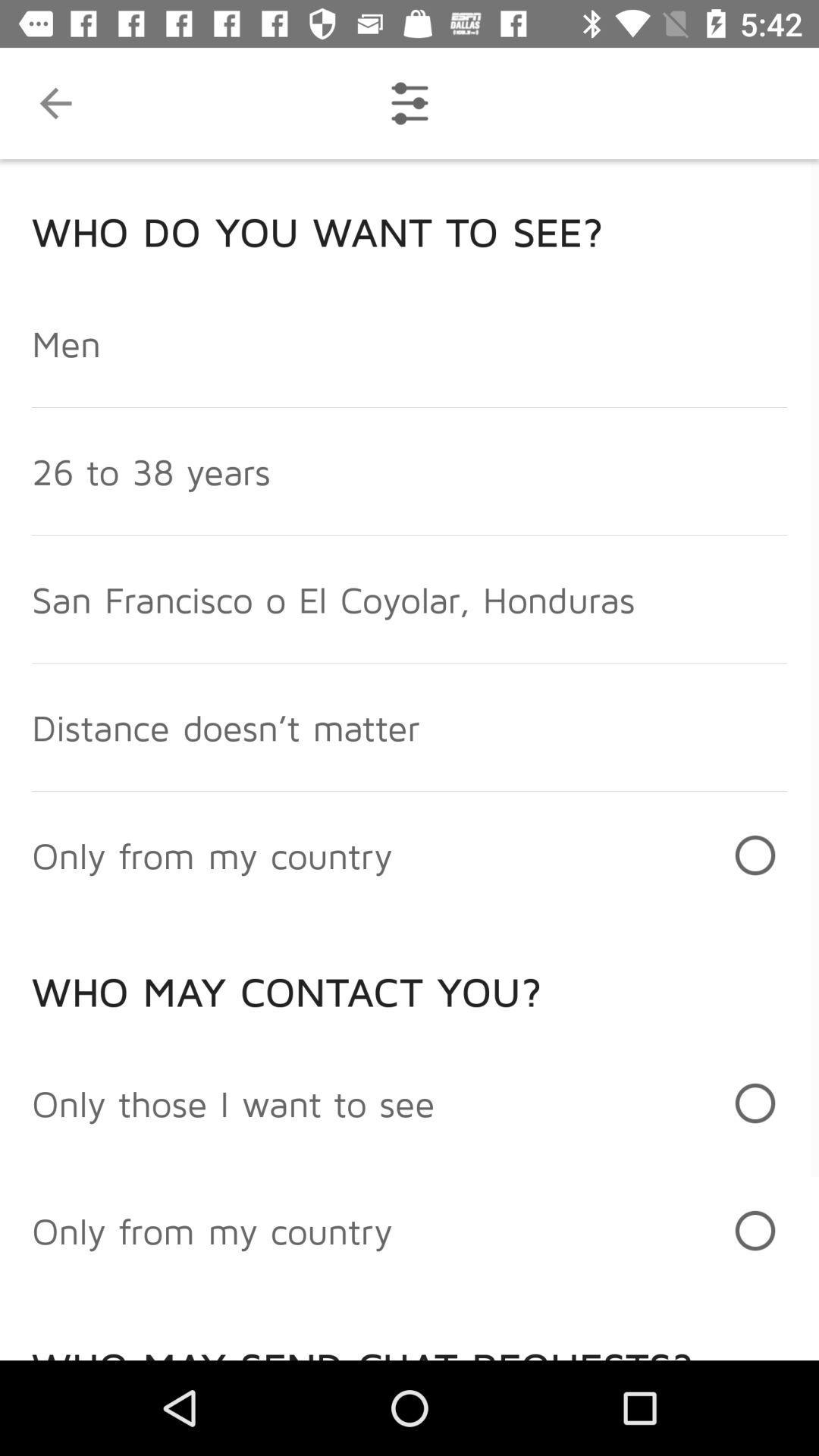 The width and height of the screenshot is (819, 1456). I want to click on men, so click(65, 342).